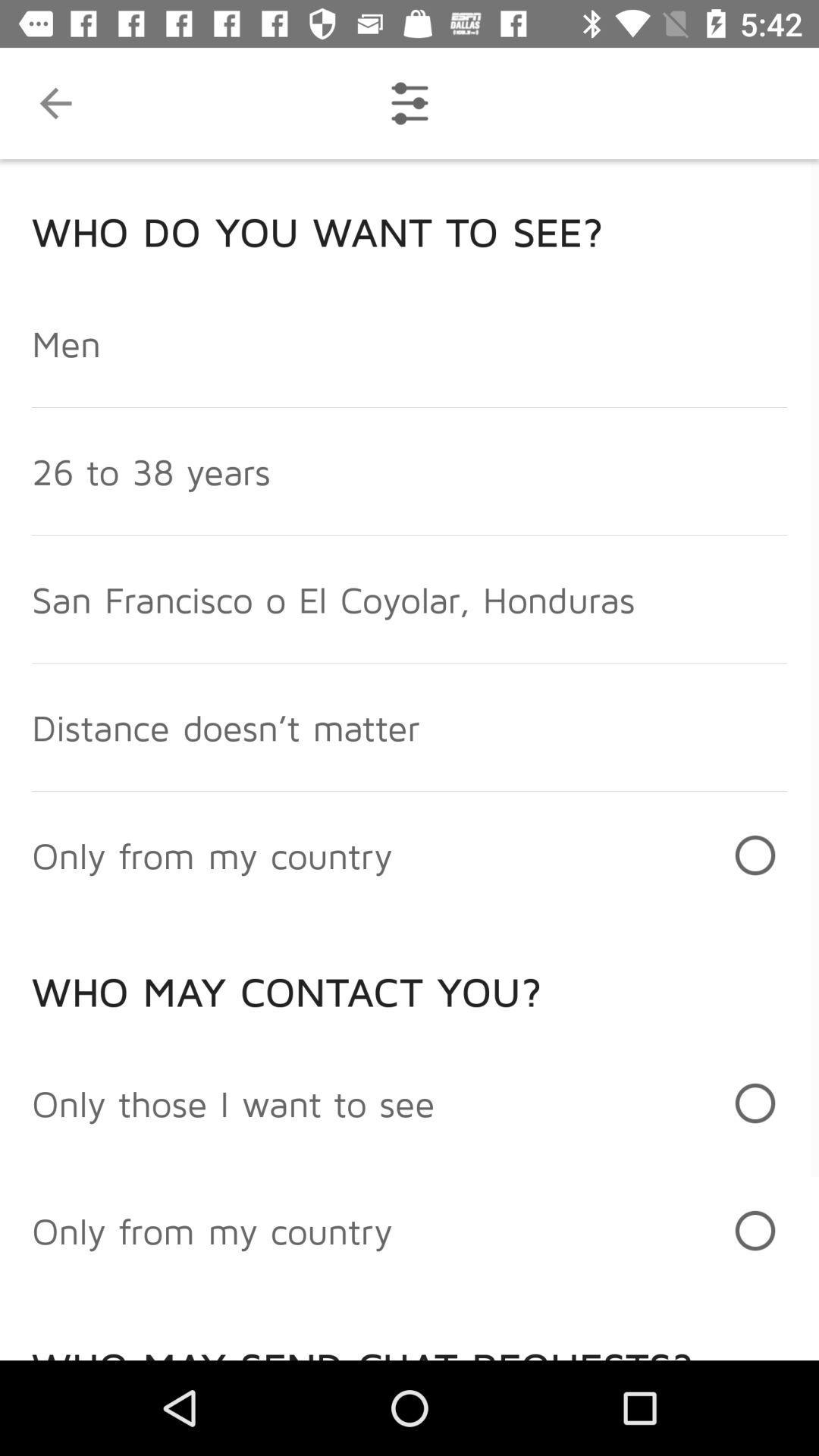 The width and height of the screenshot is (819, 1456). I want to click on men, so click(65, 342).